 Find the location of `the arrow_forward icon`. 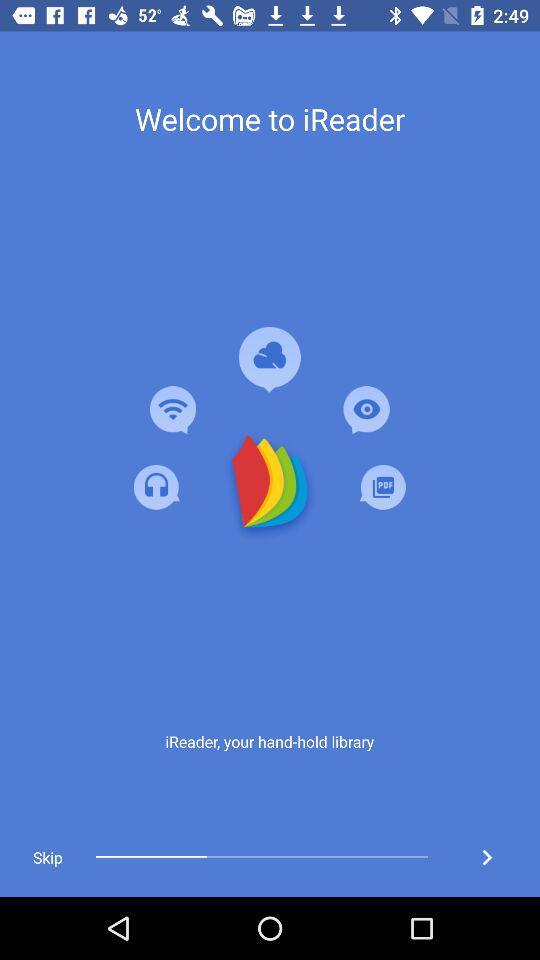

the arrow_forward icon is located at coordinates (486, 856).